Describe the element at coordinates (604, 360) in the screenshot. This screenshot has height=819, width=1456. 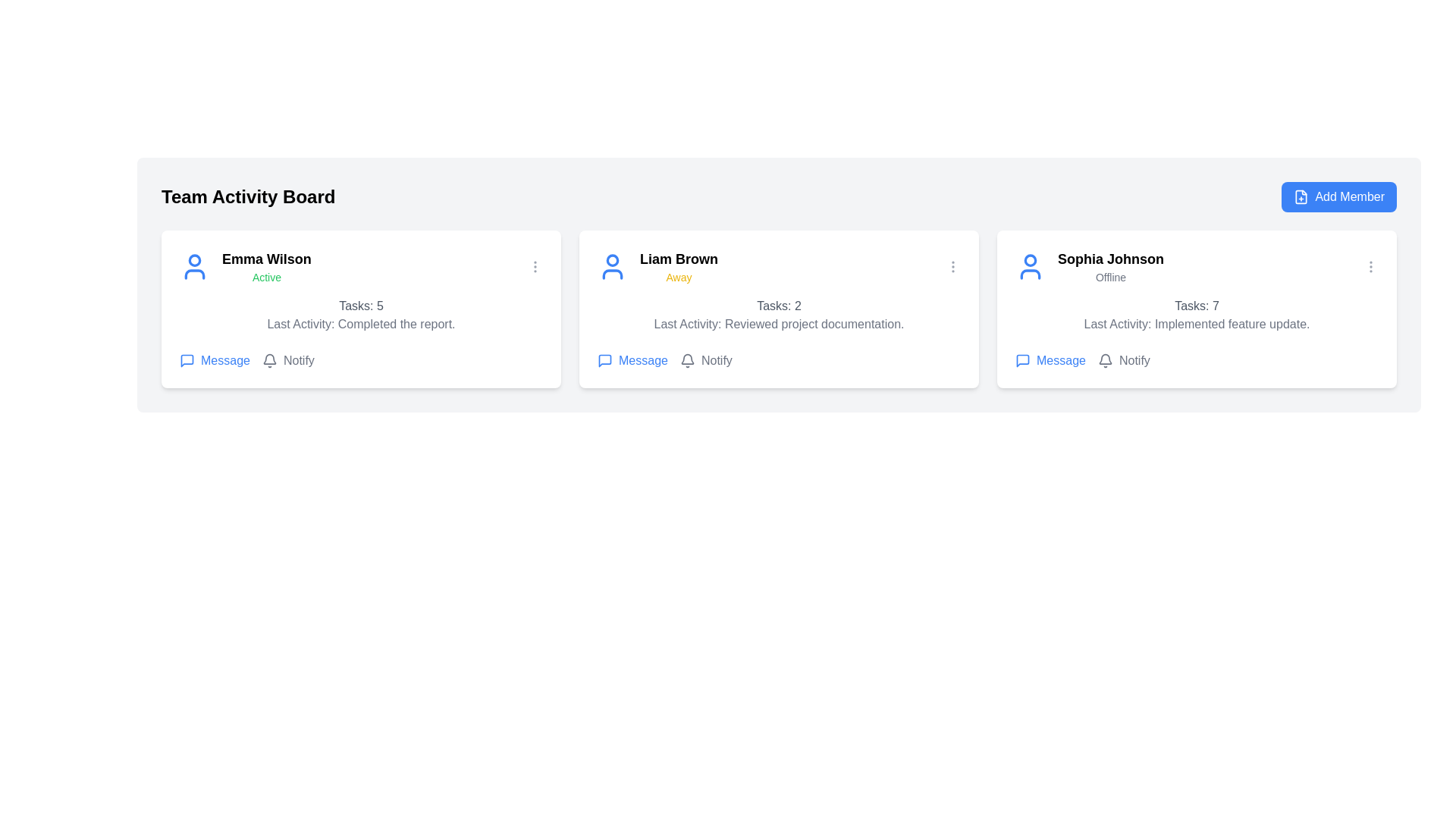
I see `the speech bubble icon inside the 'Message' button located at the bottom left of the second user card titled 'Liam Brown' on the Team Activity Board to initiate the associated action` at that location.